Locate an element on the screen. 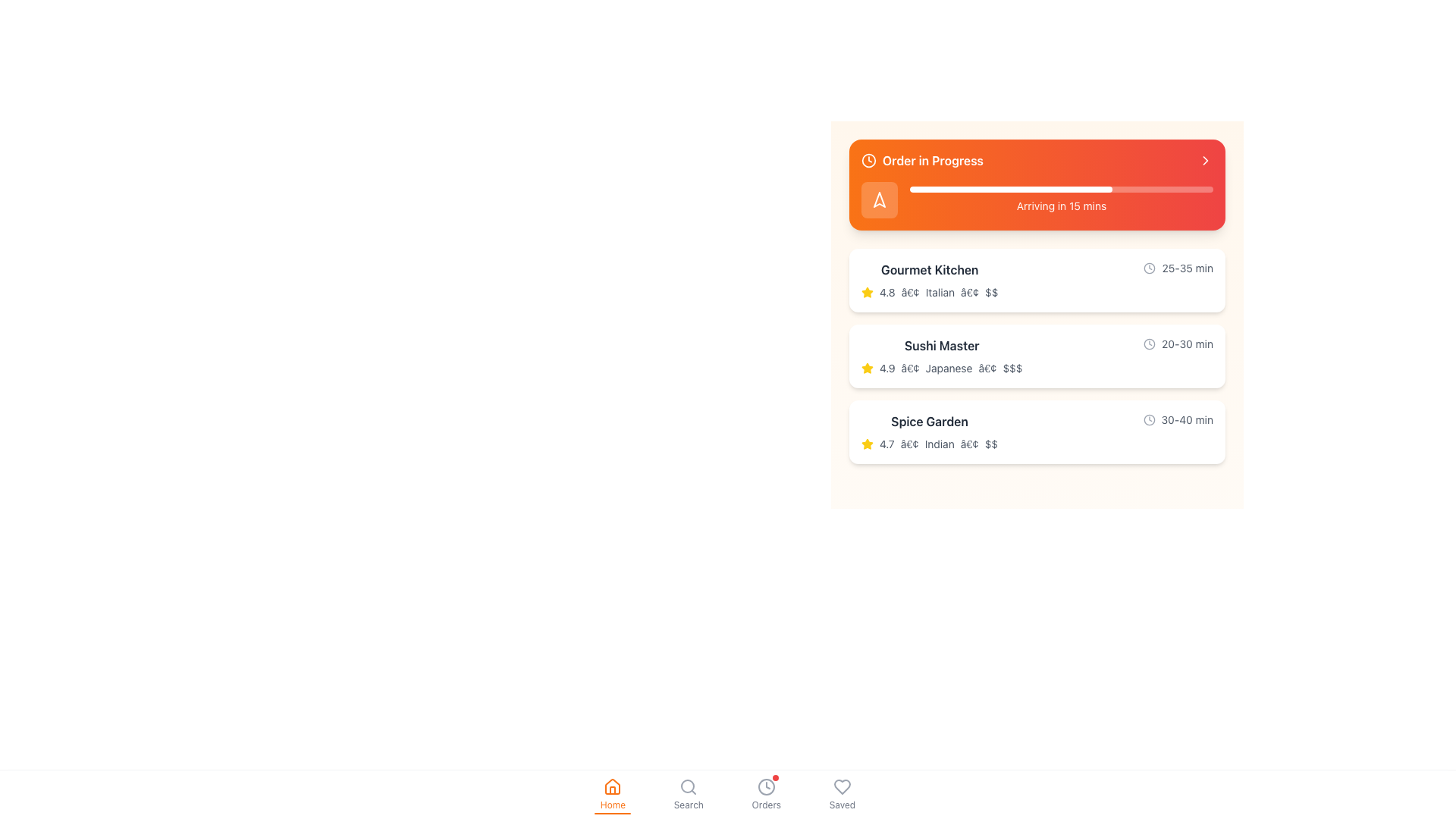  the Label displaying '20-30 min' in gray color, which is positioned to the right of a clock icon in a horizontal layout next to the Sushi Master row is located at coordinates (1187, 344).